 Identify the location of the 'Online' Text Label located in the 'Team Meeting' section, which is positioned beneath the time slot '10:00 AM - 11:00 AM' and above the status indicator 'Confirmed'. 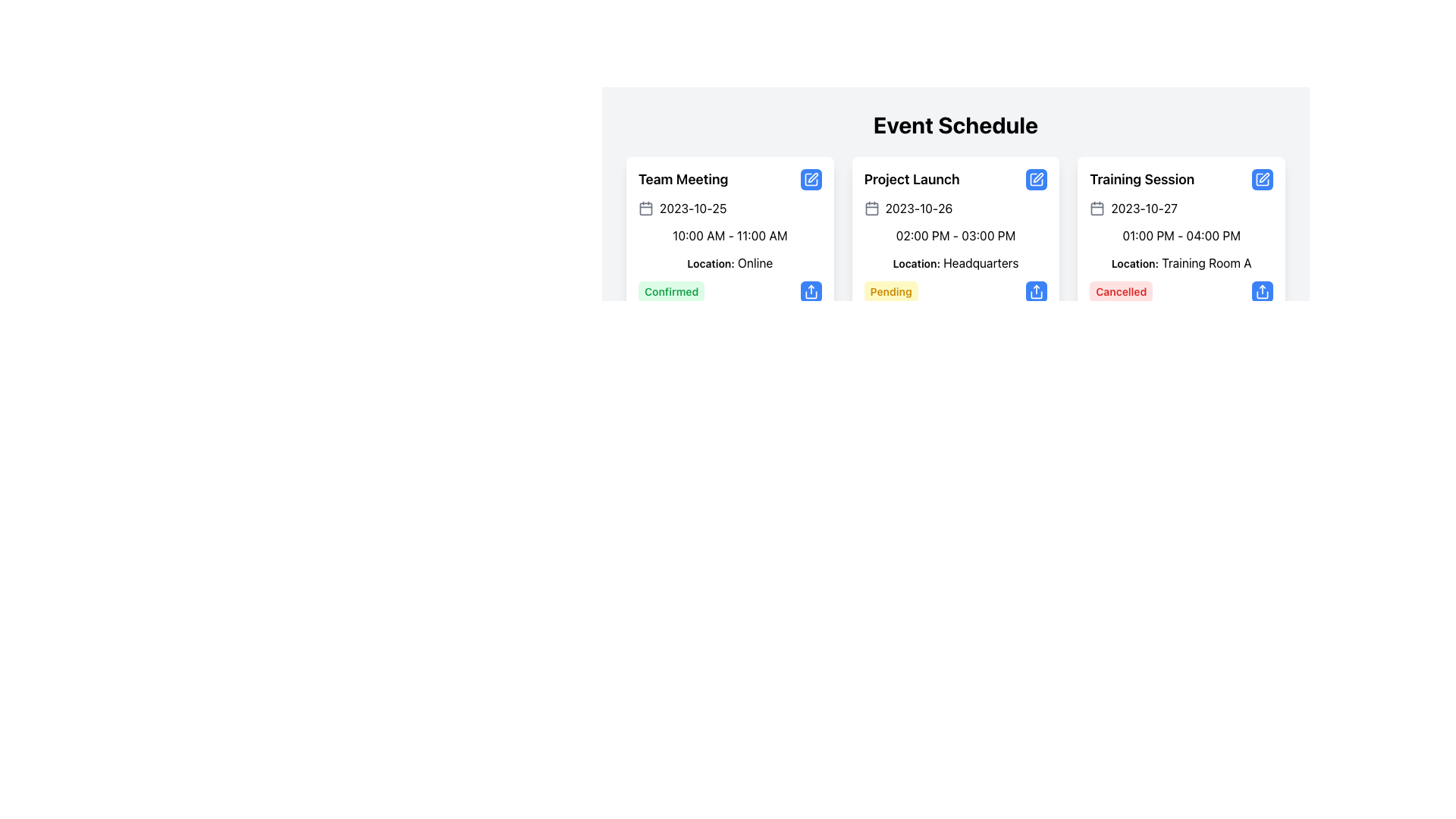
(730, 262).